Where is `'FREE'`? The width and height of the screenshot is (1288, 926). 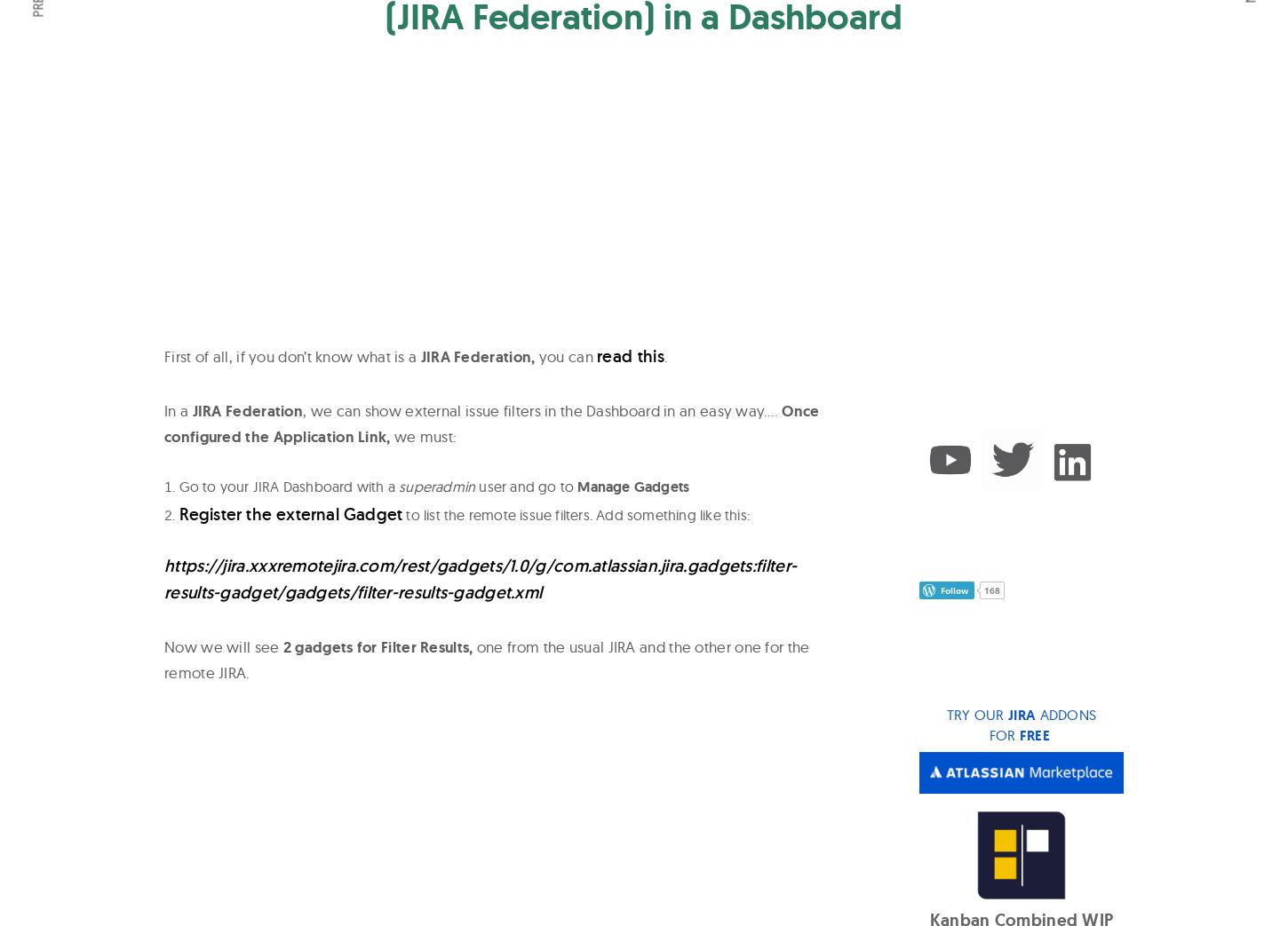
'FREE' is located at coordinates (1033, 734).